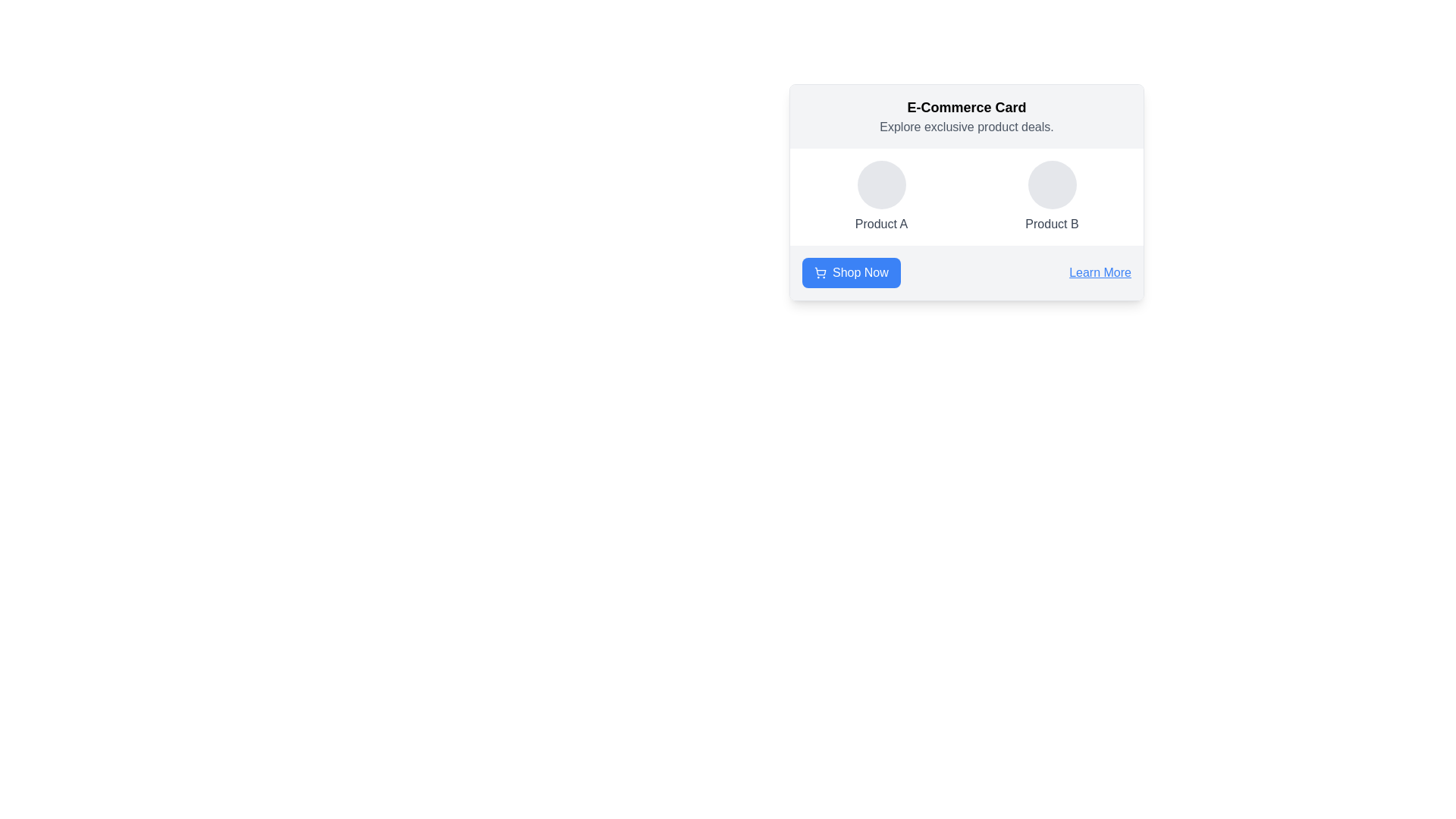 Image resolution: width=1456 pixels, height=819 pixels. What do you see at coordinates (1051, 224) in the screenshot?
I see `the text label reading 'Product B', which is styled in plain gray text and is positioned below a circular gray icon in a horizontally aligned grid under the header 'E-Commerce Card'` at bounding box center [1051, 224].